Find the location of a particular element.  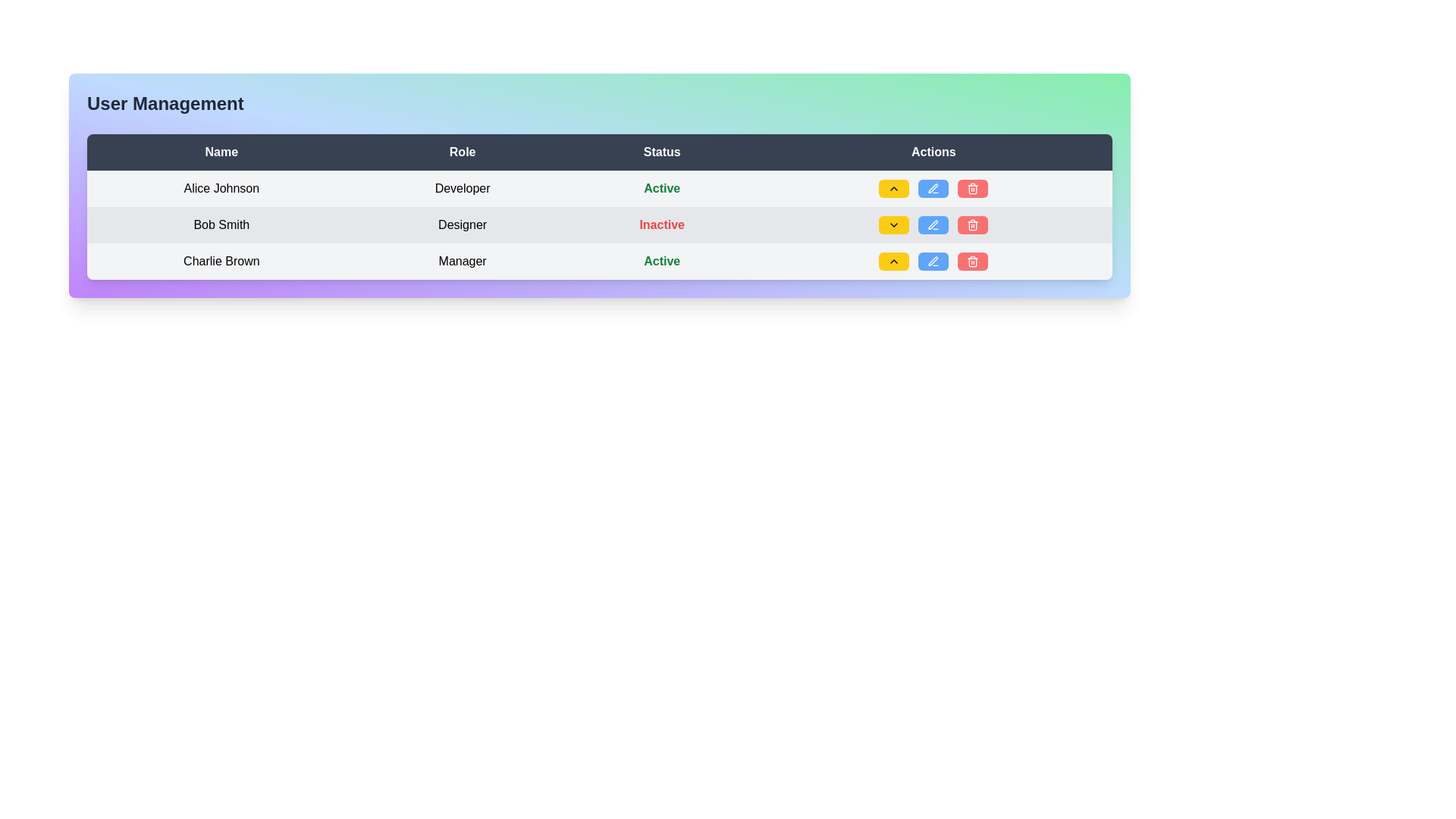

the icon embedded in the yellow button located in the 'Actions' column of the third row of the table to trigger potential hover effects is located at coordinates (894, 188).